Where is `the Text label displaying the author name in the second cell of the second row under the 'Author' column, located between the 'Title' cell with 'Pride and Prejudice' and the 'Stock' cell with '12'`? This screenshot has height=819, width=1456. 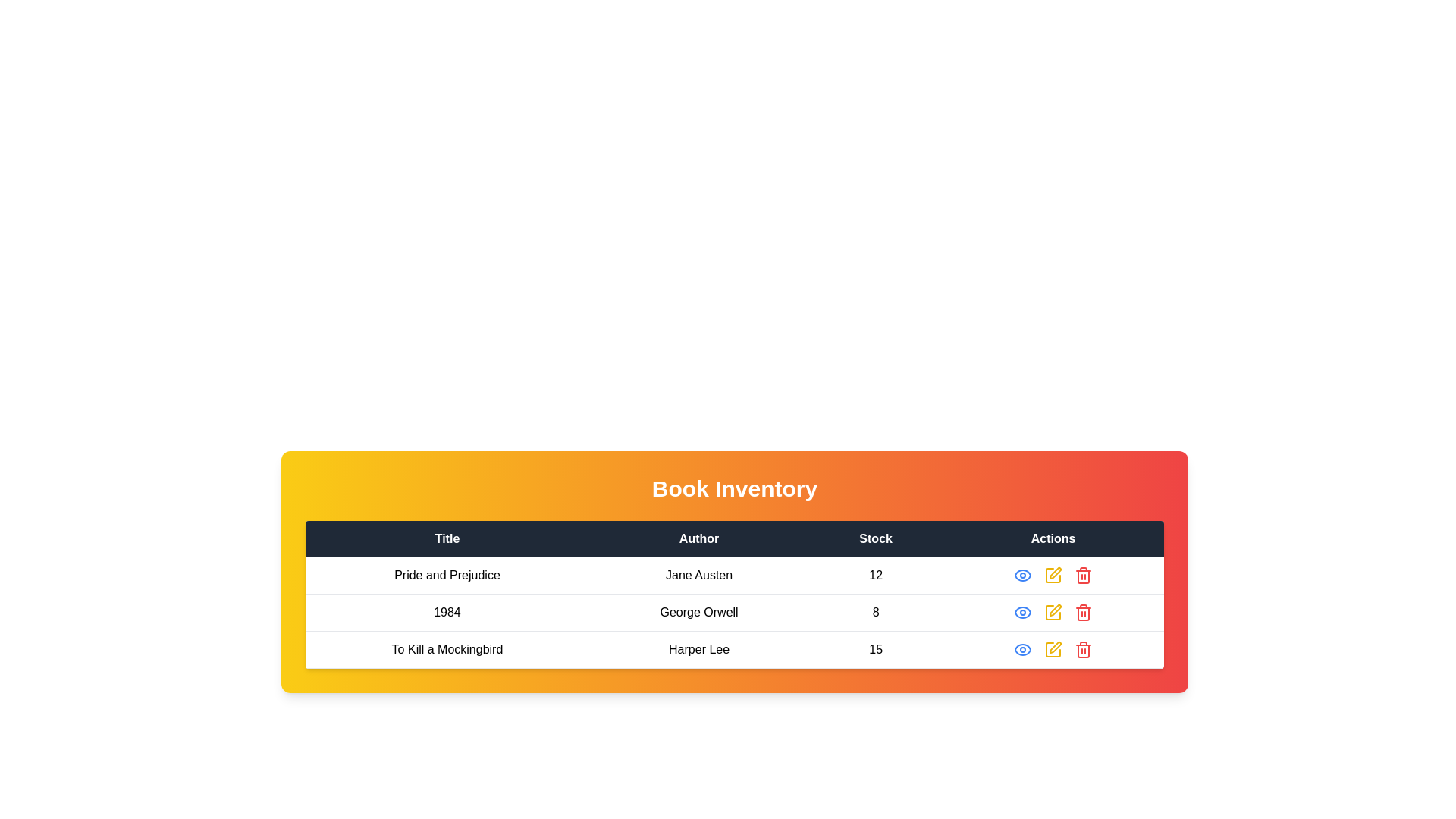 the Text label displaying the author name in the second cell of the second row under the 'Author' column, located between the 'Title' cell with 'Pride and Prejudice' and the 'Stock' cell with '12' is located at coordinates (698, 576).